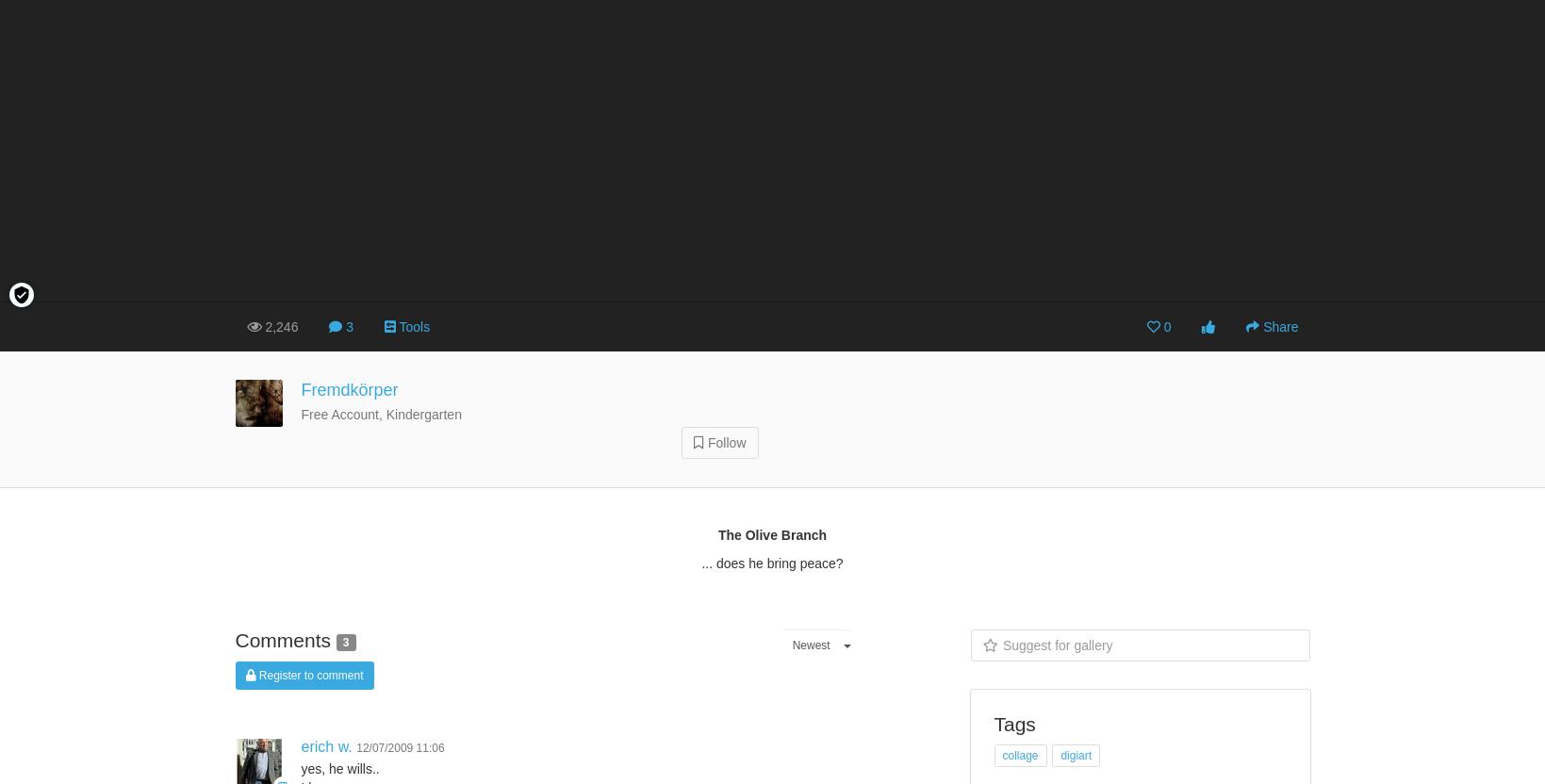 The height and width of the screenshot is (784, 1545). What do you see at coordinates (324, 745) in the screenshot?
I see `'erich w.'` at bounding box center [324, 745].